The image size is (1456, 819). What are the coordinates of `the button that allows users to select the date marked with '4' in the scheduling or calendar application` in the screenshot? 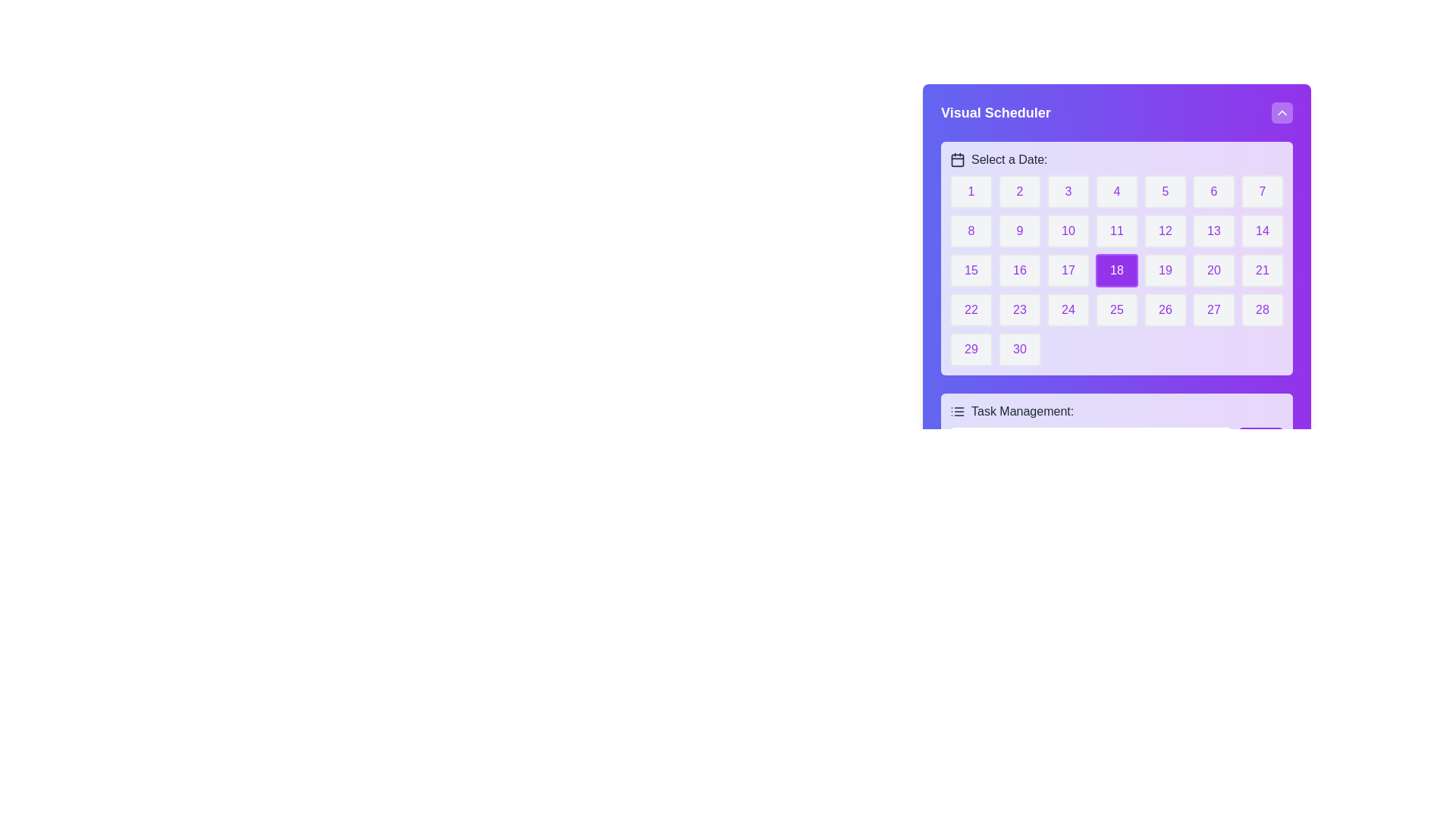 It's located at (1117, 191).